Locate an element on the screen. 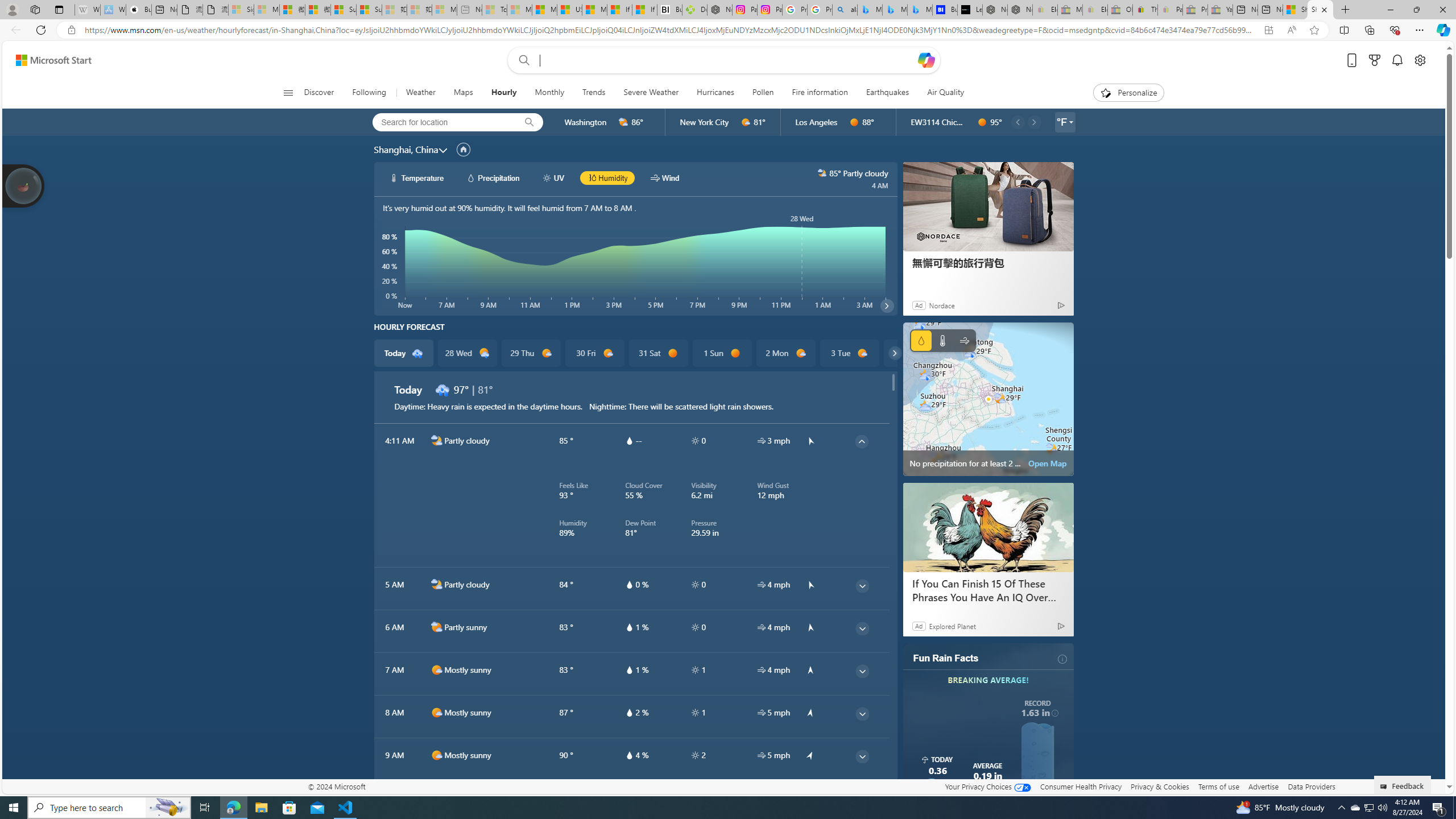 The height and width of the screenshot is (819, 1456). 'Your Privacy Choices' is located at coordinates (987, 786).